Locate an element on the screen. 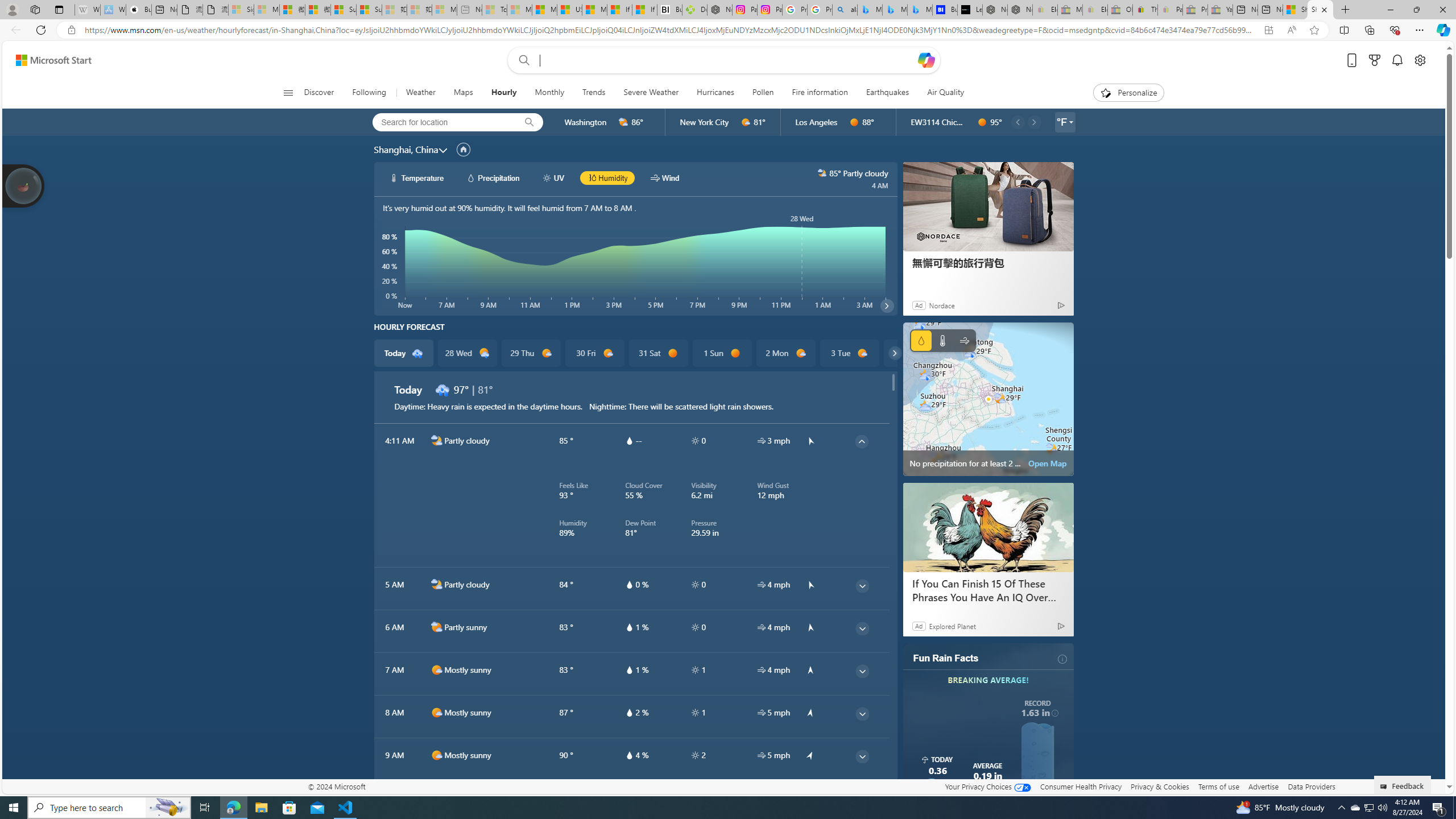 The height and width of the screenshot is (819, 1456). 'Your Privacy Choices' is located at coordinates (987, 786).